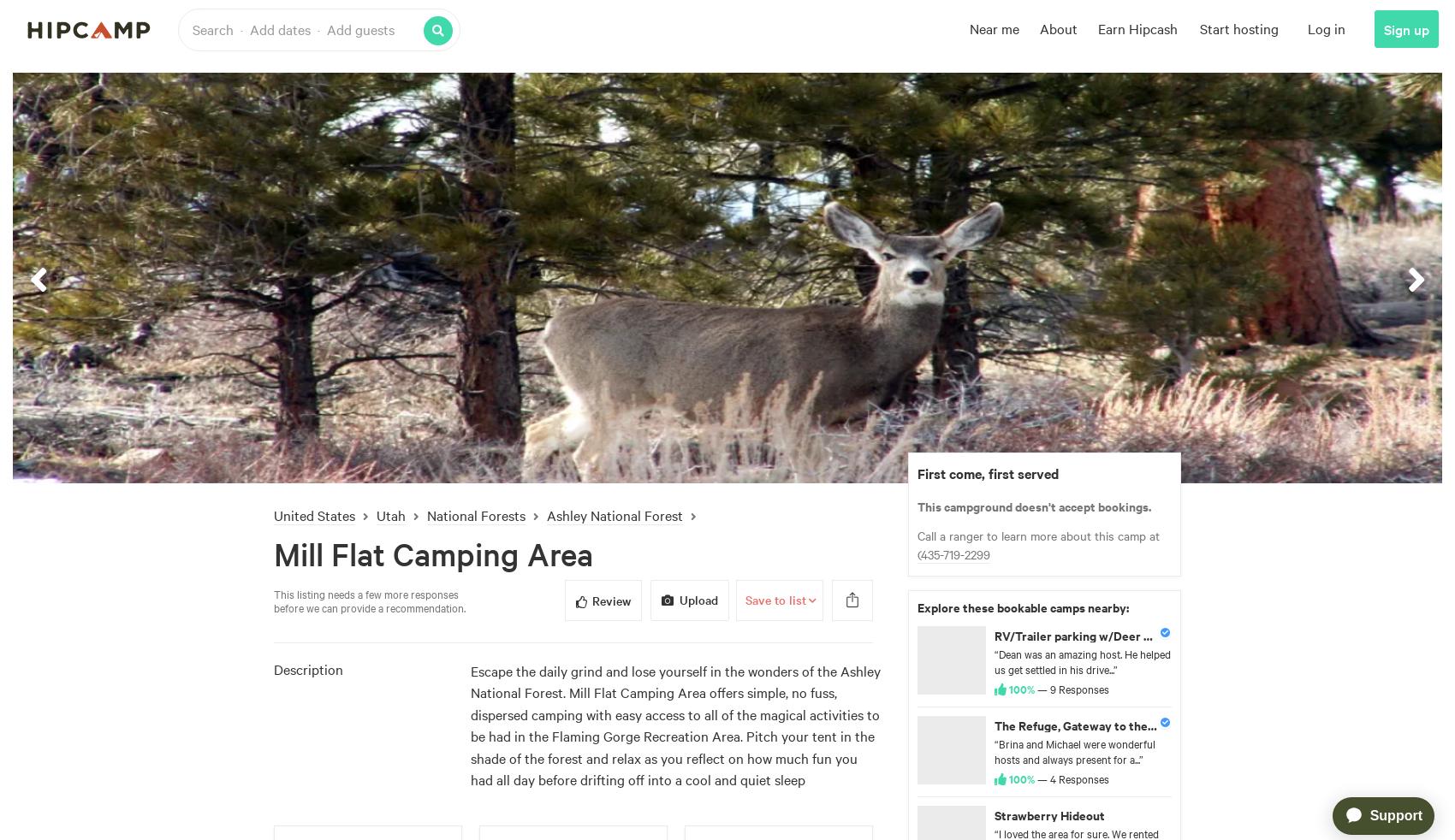 This screenshot has height=840, width=1455. What do you see at coordinates (366, 591) in the screenshot?
I see `'This listing needs a few more responses'` at bounding box center [366, 591].